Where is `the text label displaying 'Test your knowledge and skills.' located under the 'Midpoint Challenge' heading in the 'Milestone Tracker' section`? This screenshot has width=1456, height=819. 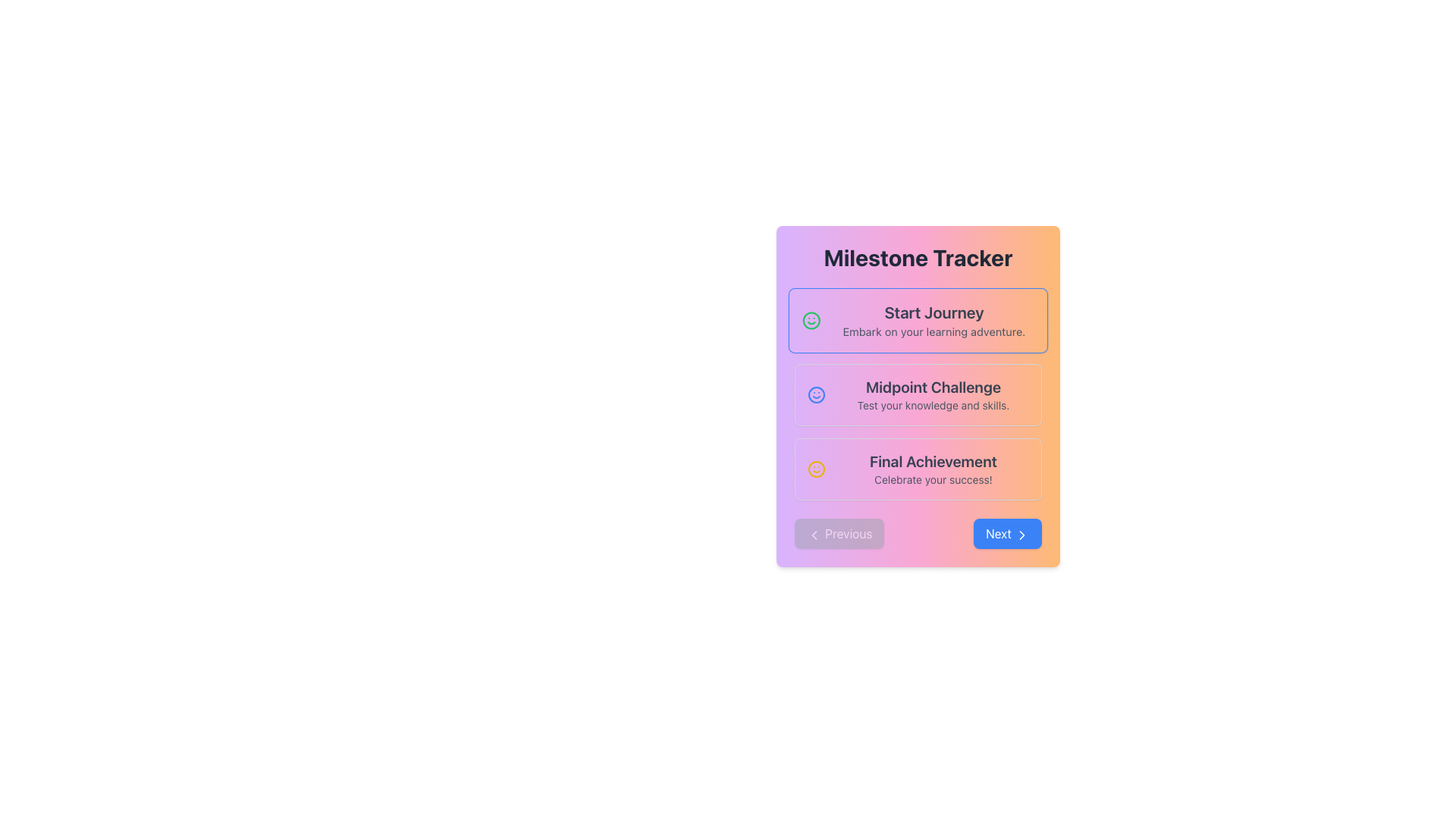 the text label displaying 'Test your knowledge and skills.' located under the 'Midpoint Challenge' heading in the 'Milestone Tracker' section is located at coordinates (932, 405).